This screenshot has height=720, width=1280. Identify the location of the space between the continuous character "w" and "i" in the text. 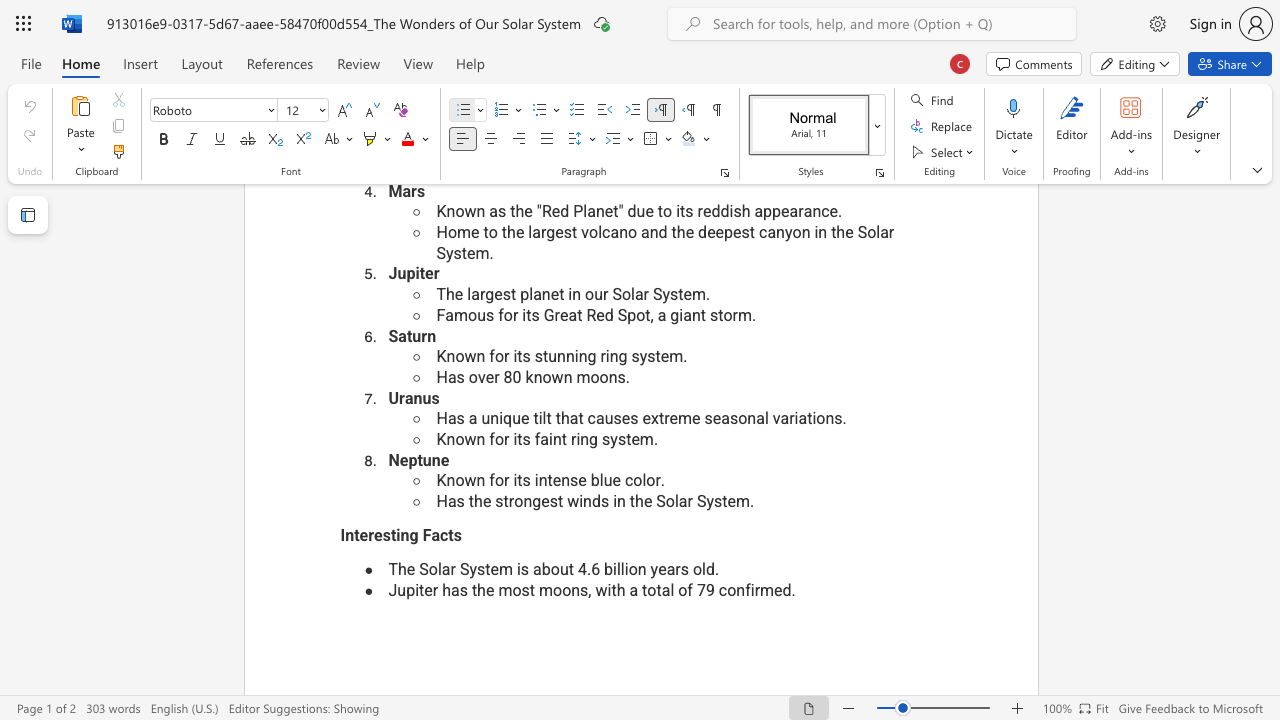
(576, 500).